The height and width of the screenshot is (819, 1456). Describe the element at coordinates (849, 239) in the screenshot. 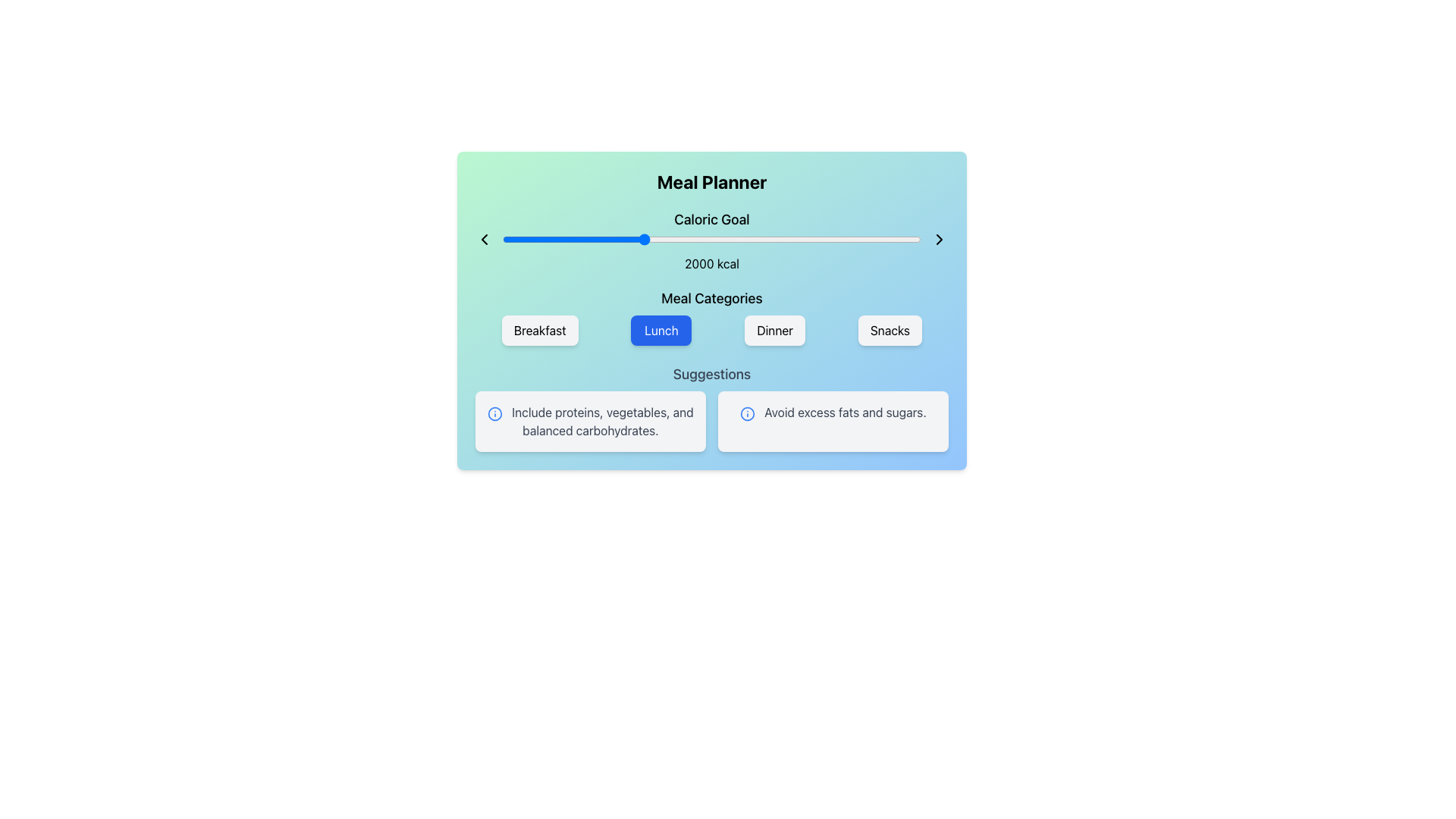

I see `the caloric goal` at that location.